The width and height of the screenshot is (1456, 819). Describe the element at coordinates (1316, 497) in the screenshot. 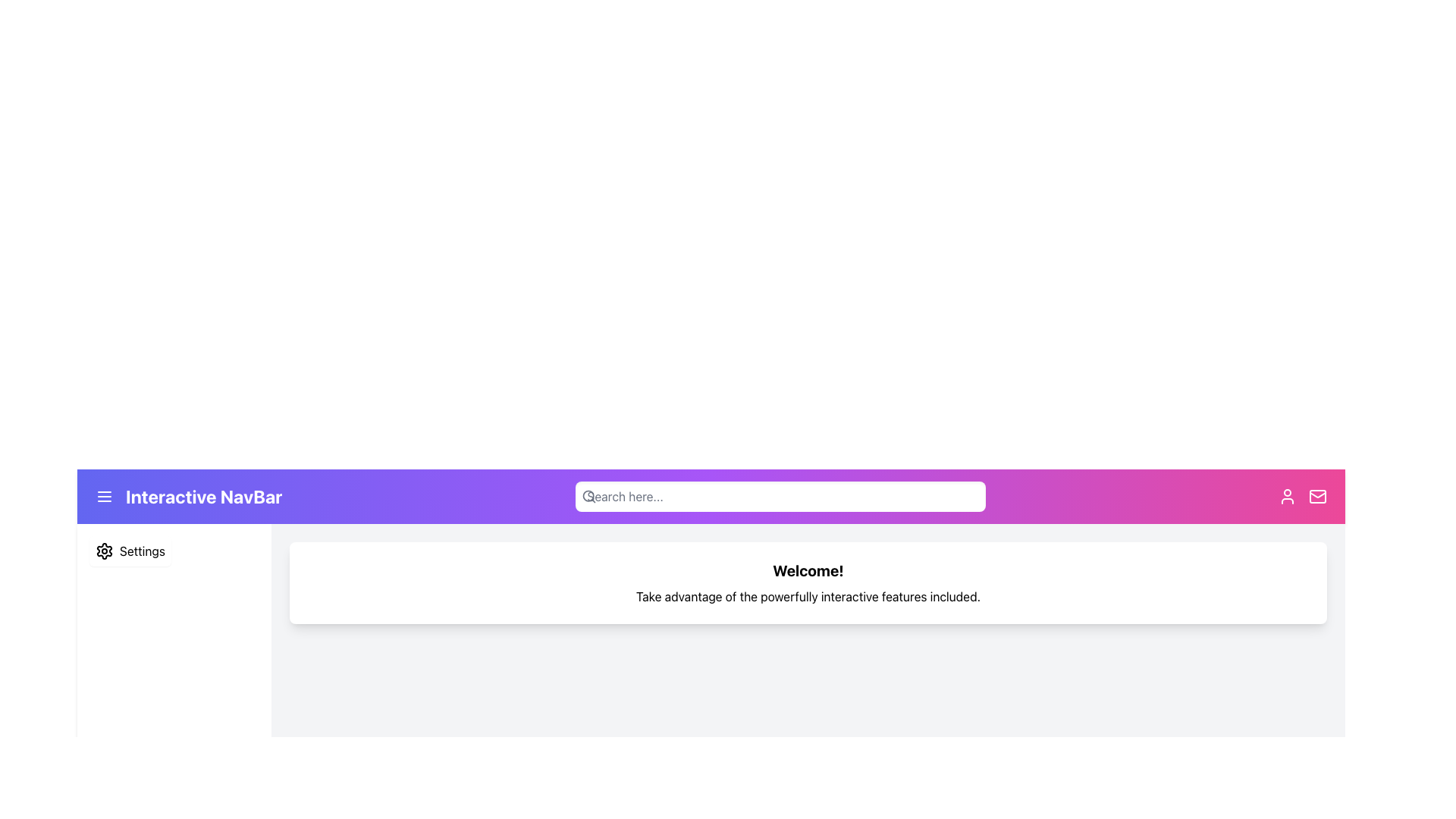

I see `the second interactive icon on the right end of the navigation bar` at that location.